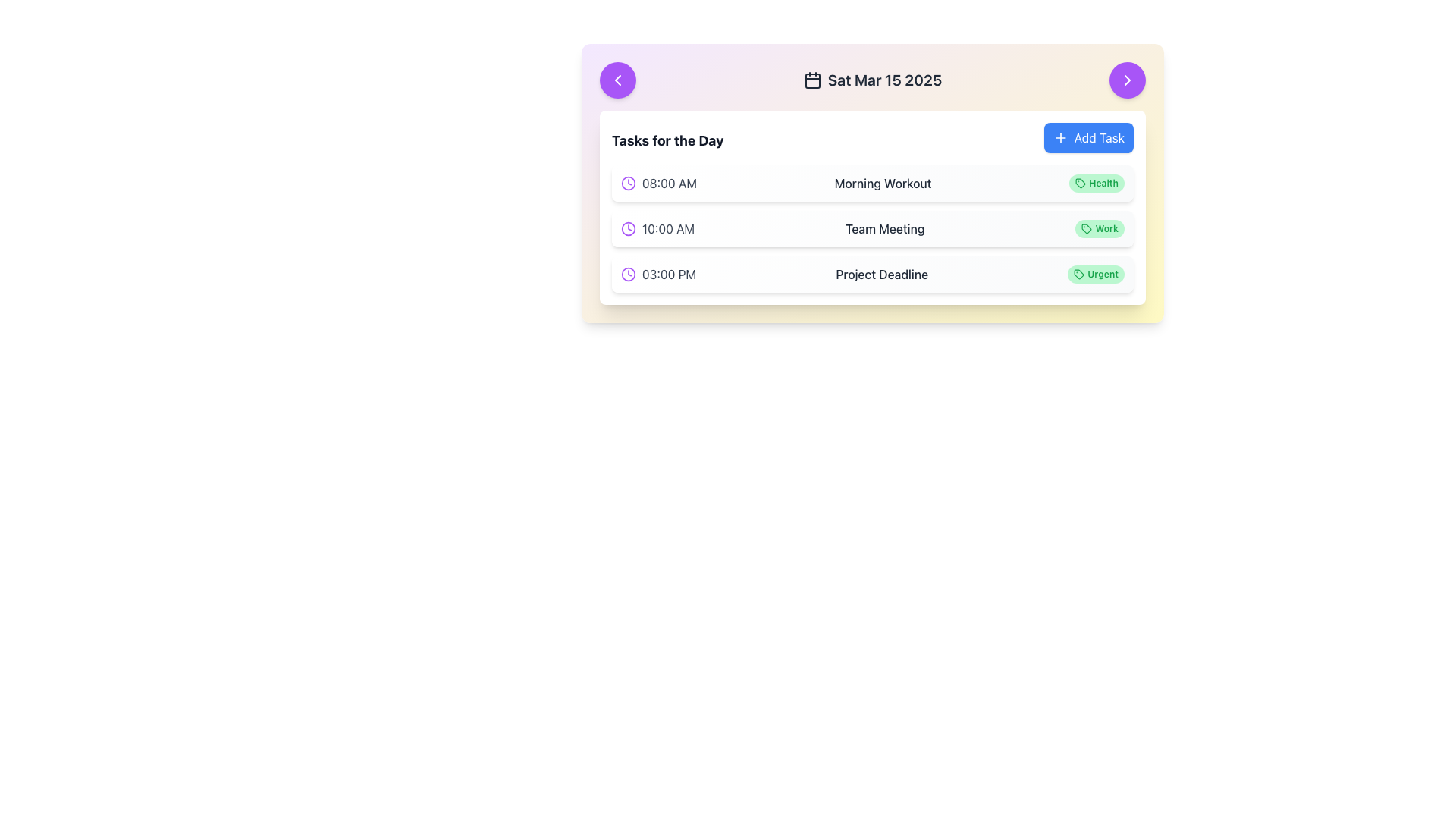  What do you see at coordinates (1086, 228) in the screenshot?
I see `the icon representing the 'Team Meeting' task in the 'Tasks for the Day' section, located to the right of the time and title, which visually categorizes the task for quick identification` at bounding box center [1086, 228].